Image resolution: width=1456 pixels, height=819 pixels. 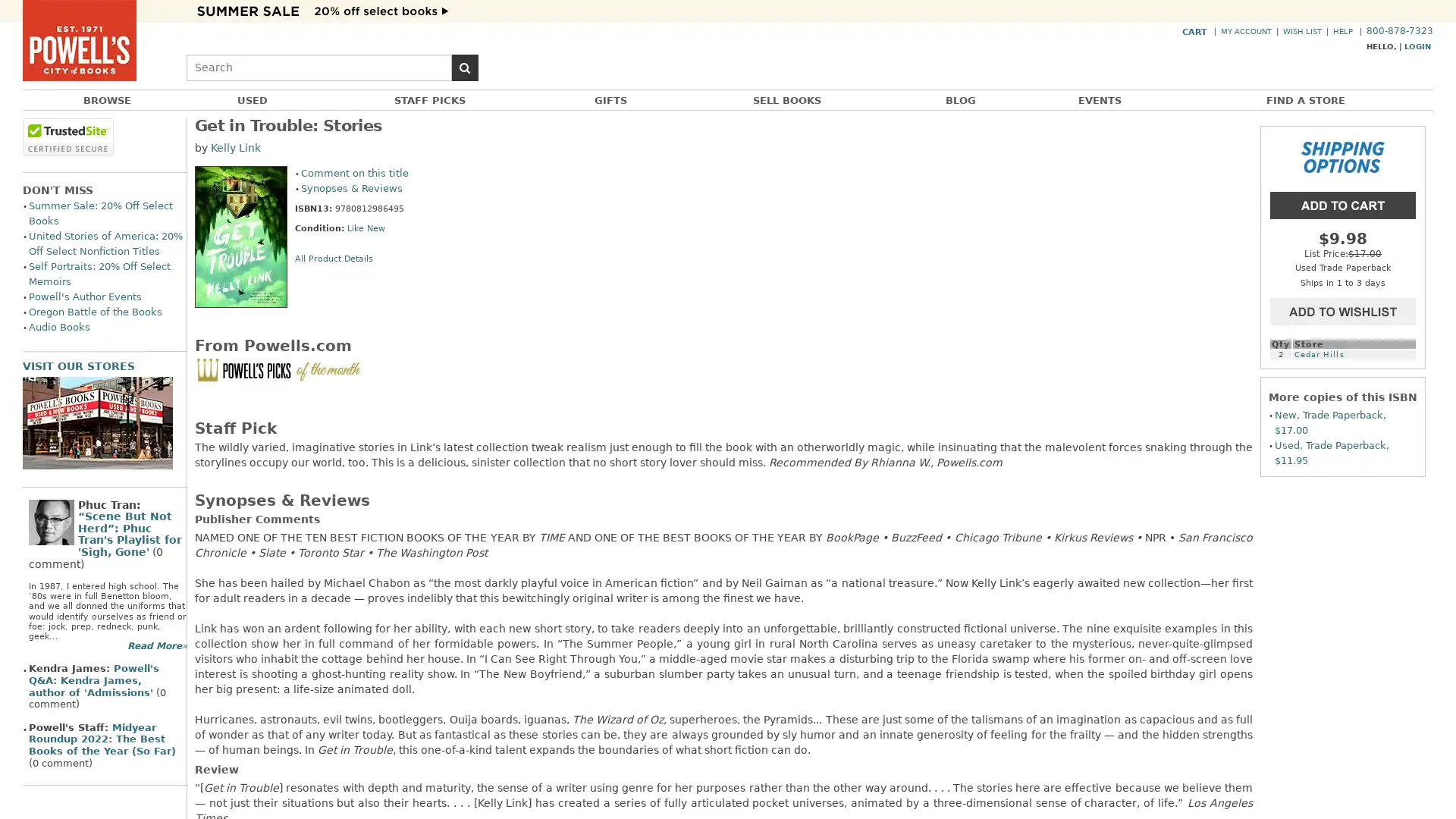 What do you see at coordinates (1343, 203) in the screenshot?
I see `Add to Cart` at bounding box center [1343, 203].